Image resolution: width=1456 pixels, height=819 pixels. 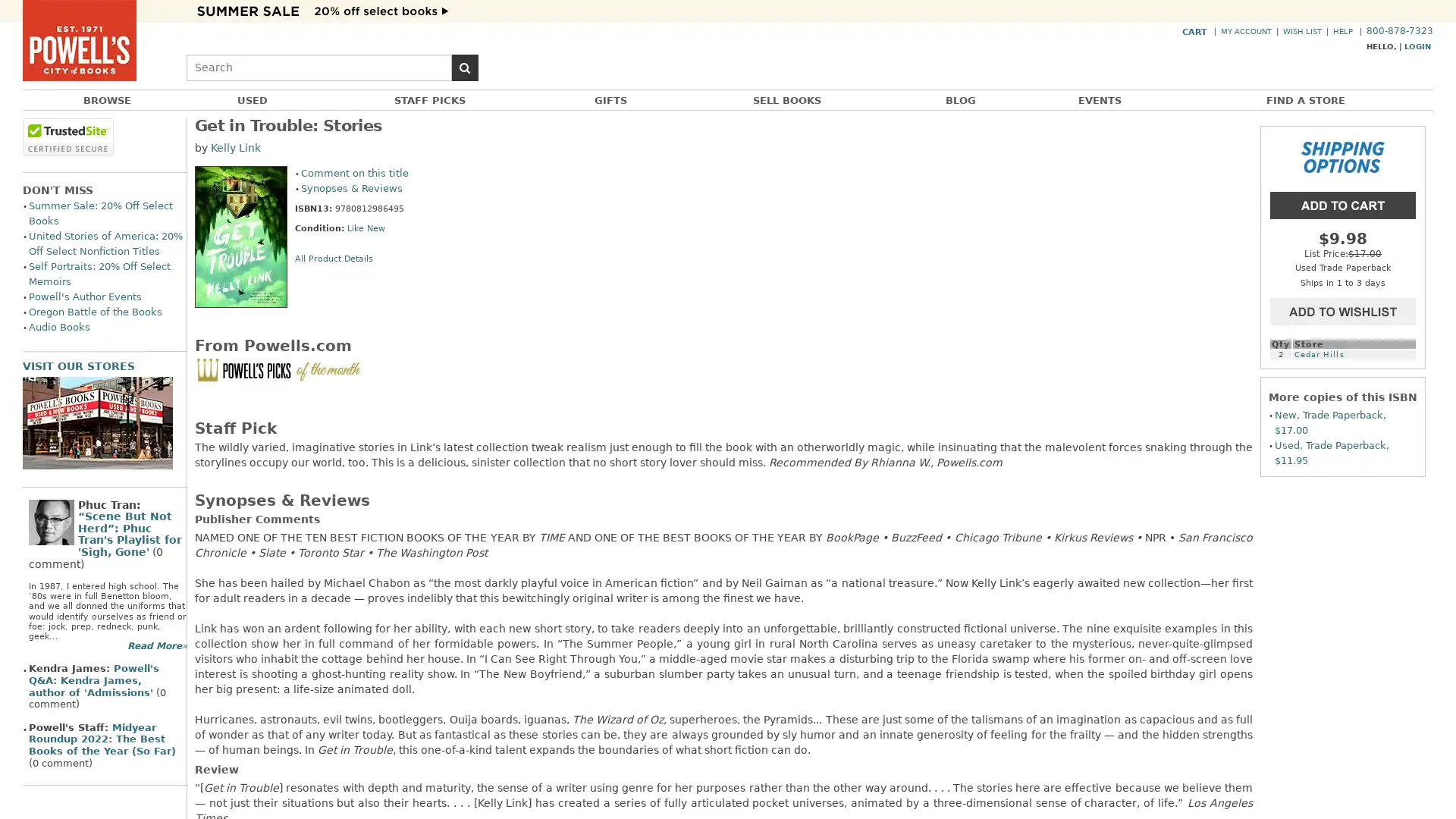 What do you see at coordinates (1343, 203) in the screenshot?
I see `Add to Cart` at bounding box center [1343, 203].